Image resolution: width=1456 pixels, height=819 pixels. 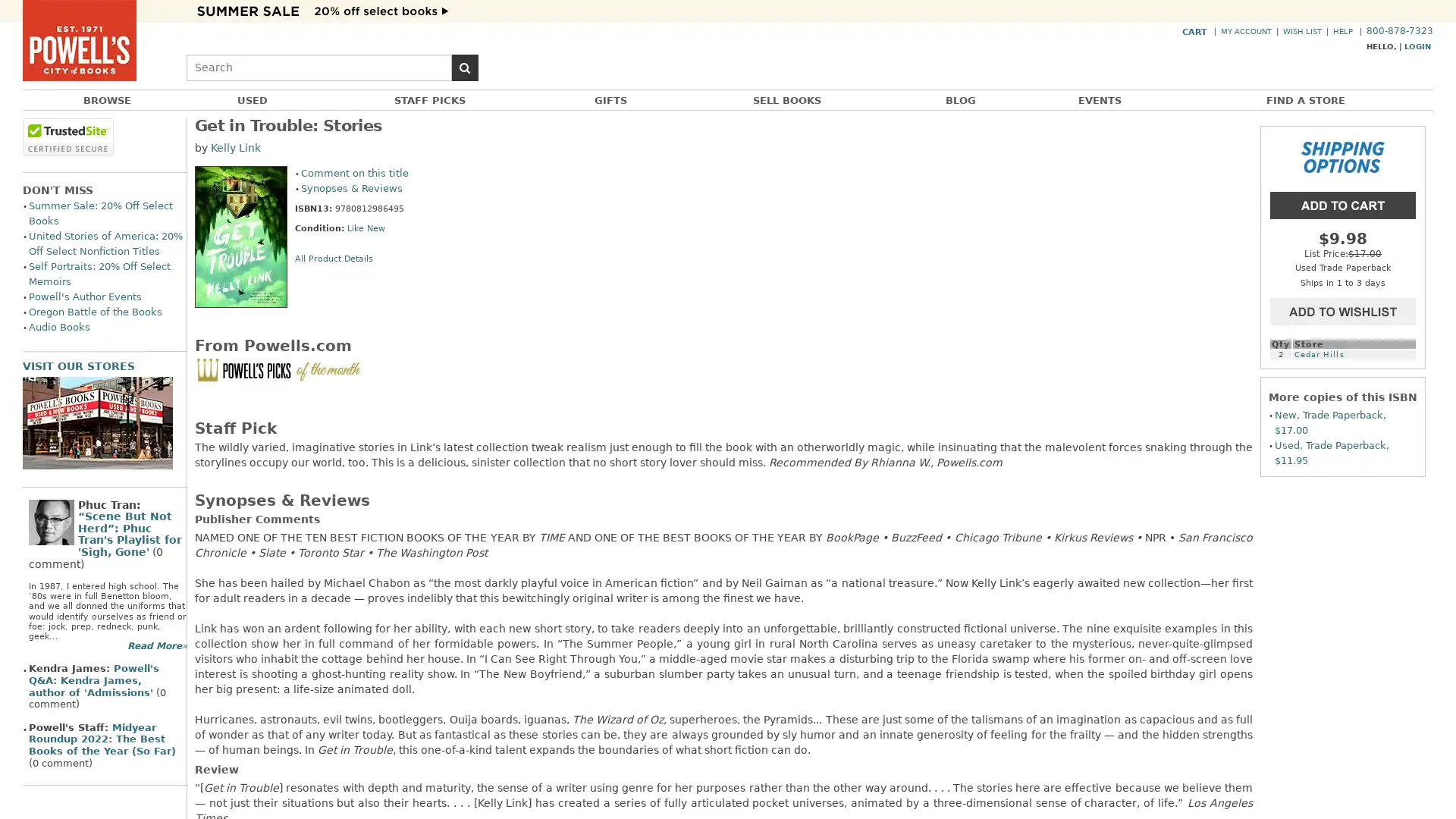 What do you see at coordinates (1343, 203) in the screenshot?
I see `Add to Cart` at bounding box center [1343, 203].